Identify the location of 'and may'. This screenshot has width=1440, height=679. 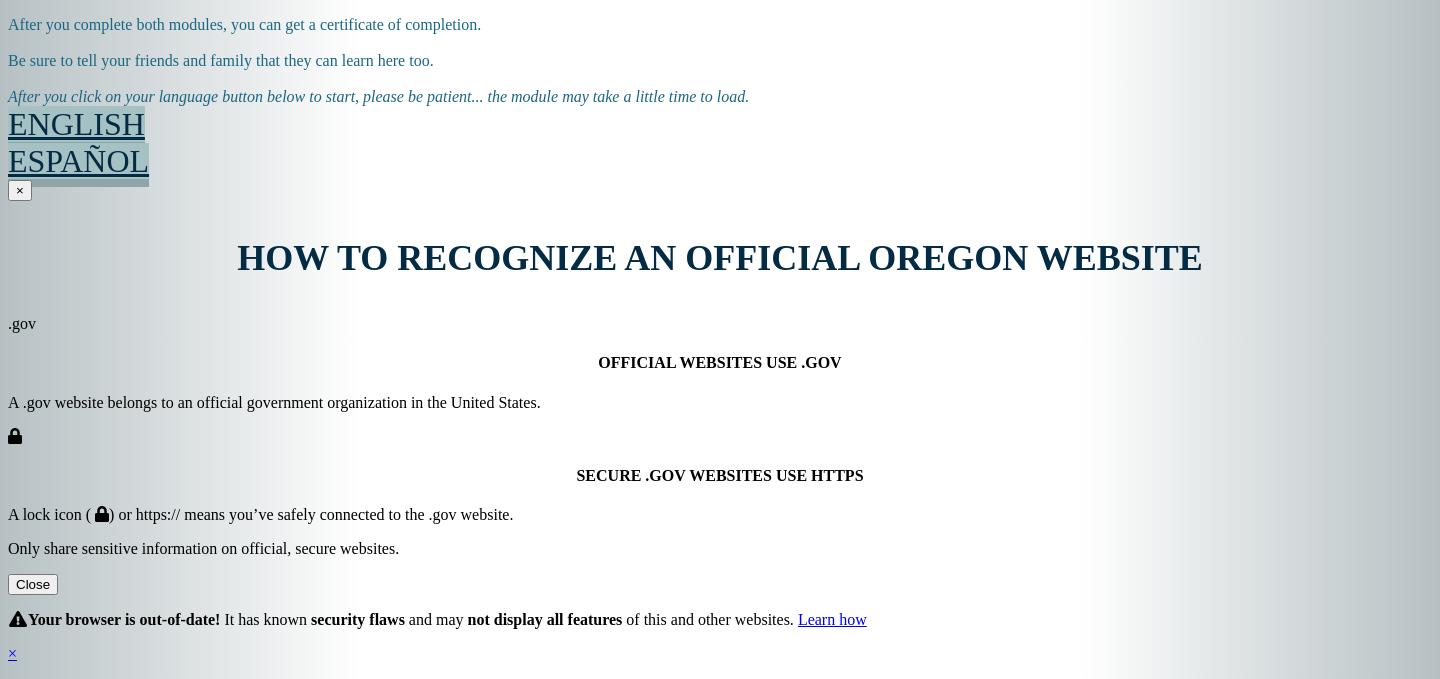
(435, 618).